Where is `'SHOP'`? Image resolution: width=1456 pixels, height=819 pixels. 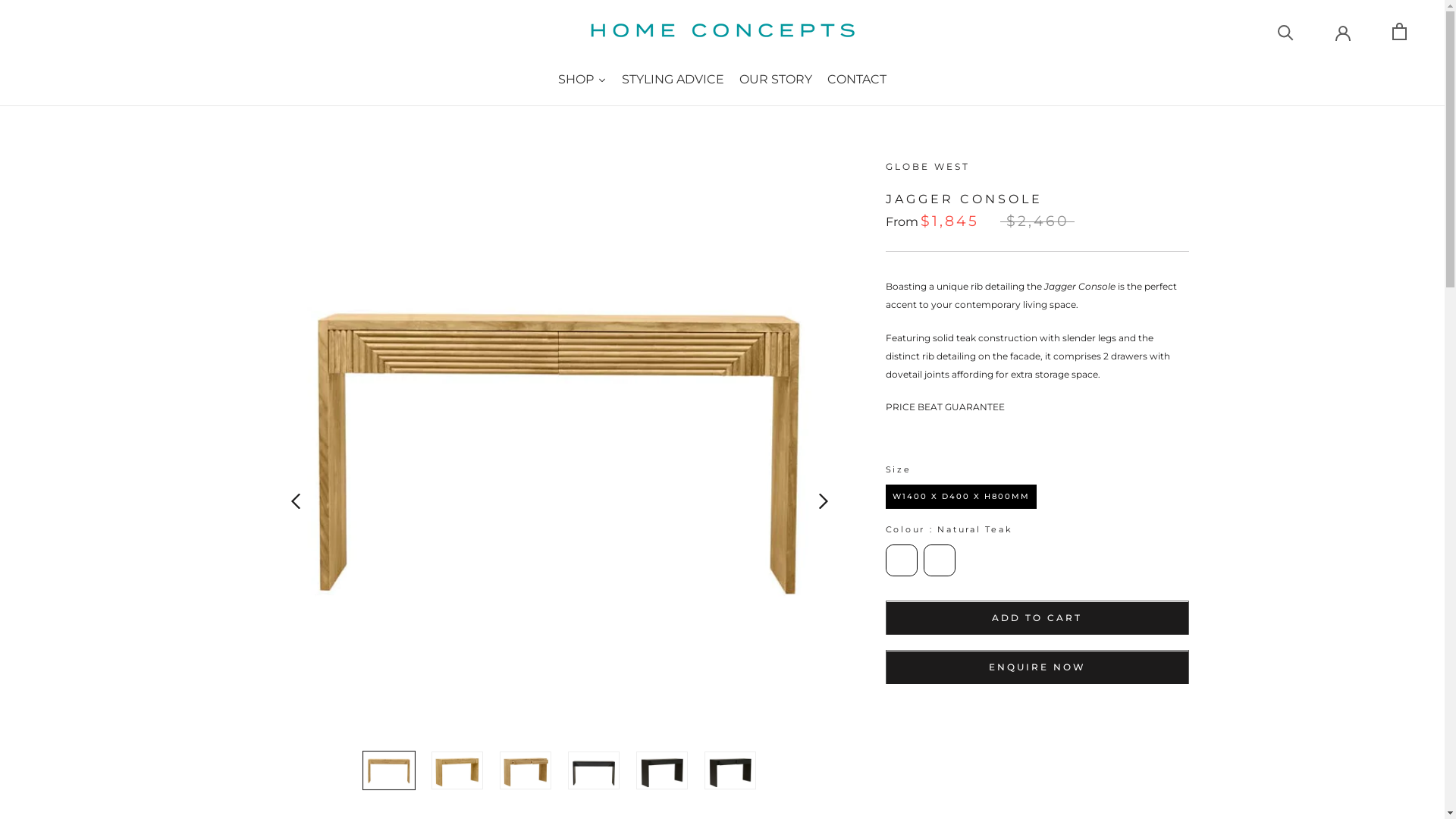
'SHOP' is located at coordinates (549, 79).